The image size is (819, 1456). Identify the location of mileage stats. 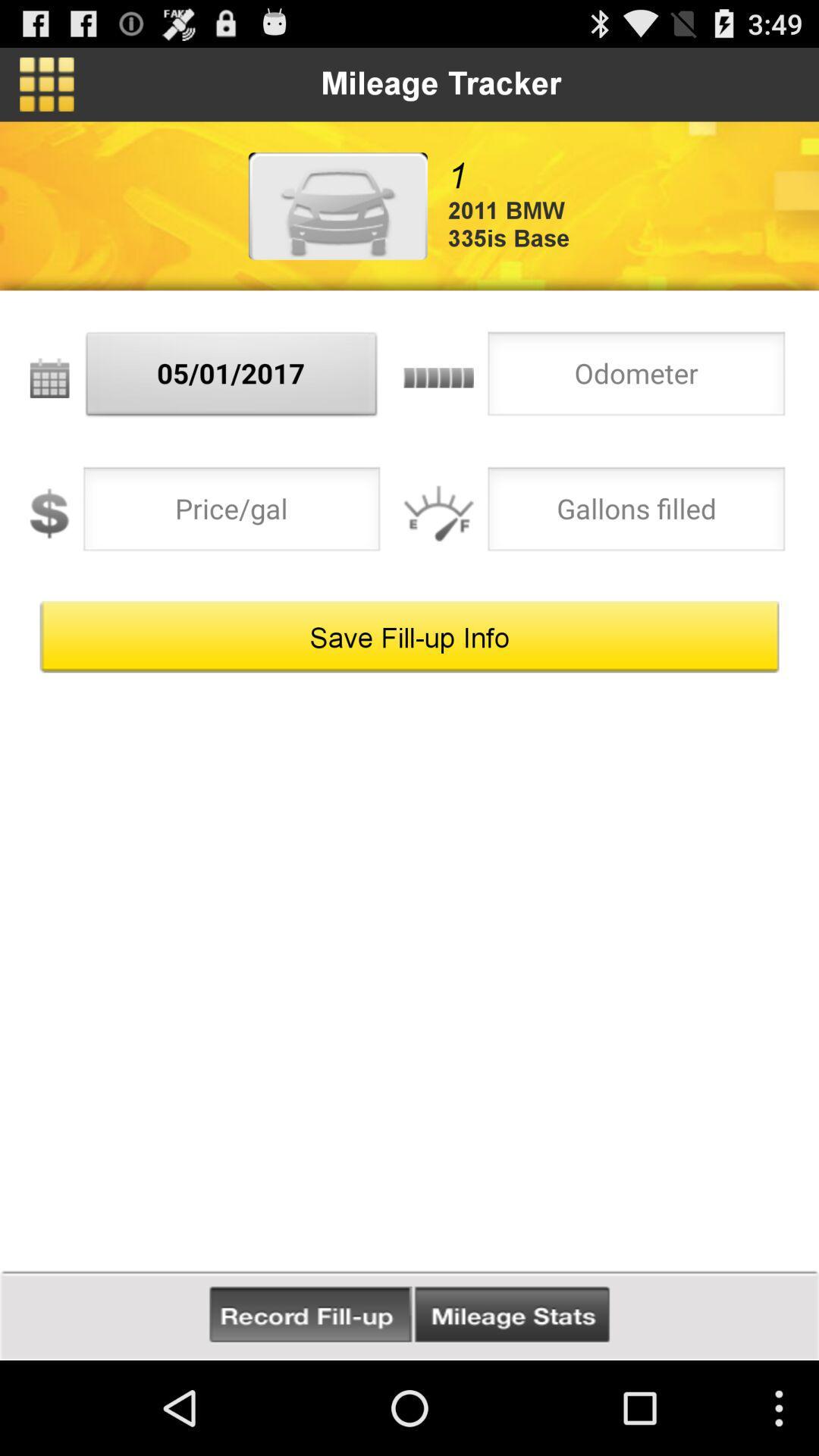
(512, 1314).